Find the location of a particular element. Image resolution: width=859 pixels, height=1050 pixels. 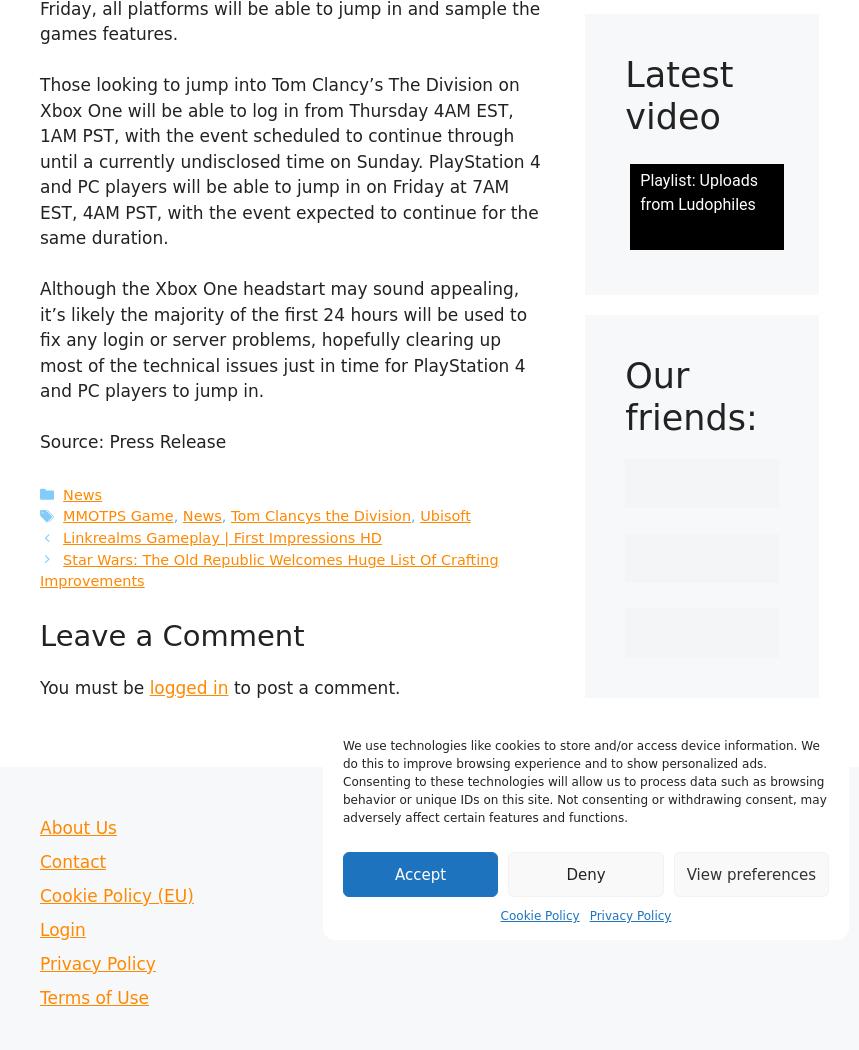

'Latest video' is located at coordinates (624, 95).